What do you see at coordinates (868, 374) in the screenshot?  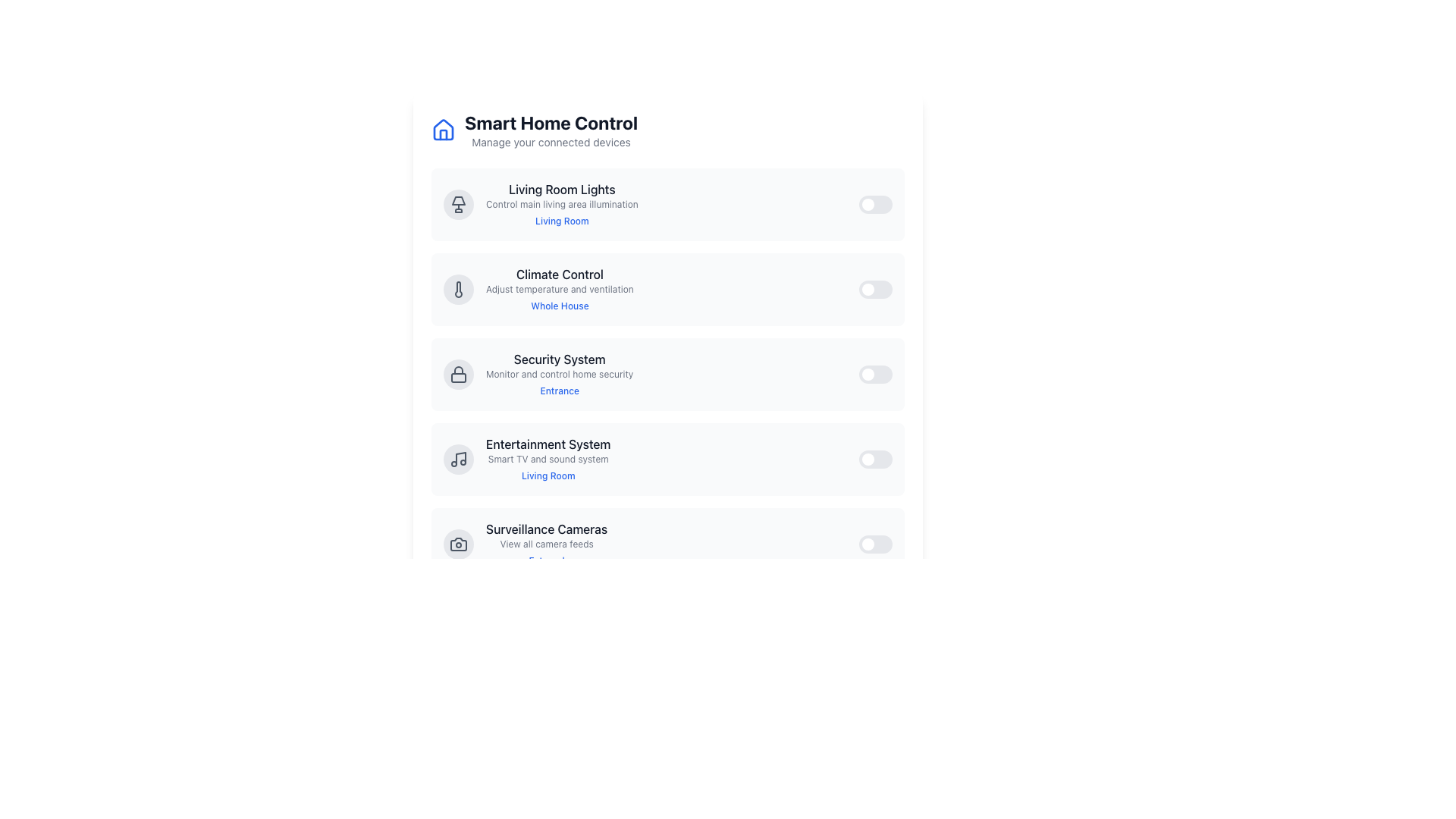 I see `the toggle switch handle, which is a small circular white object located near the right edge of the toggle switch in the 'Security System' section` at bounding box center [868, 374].